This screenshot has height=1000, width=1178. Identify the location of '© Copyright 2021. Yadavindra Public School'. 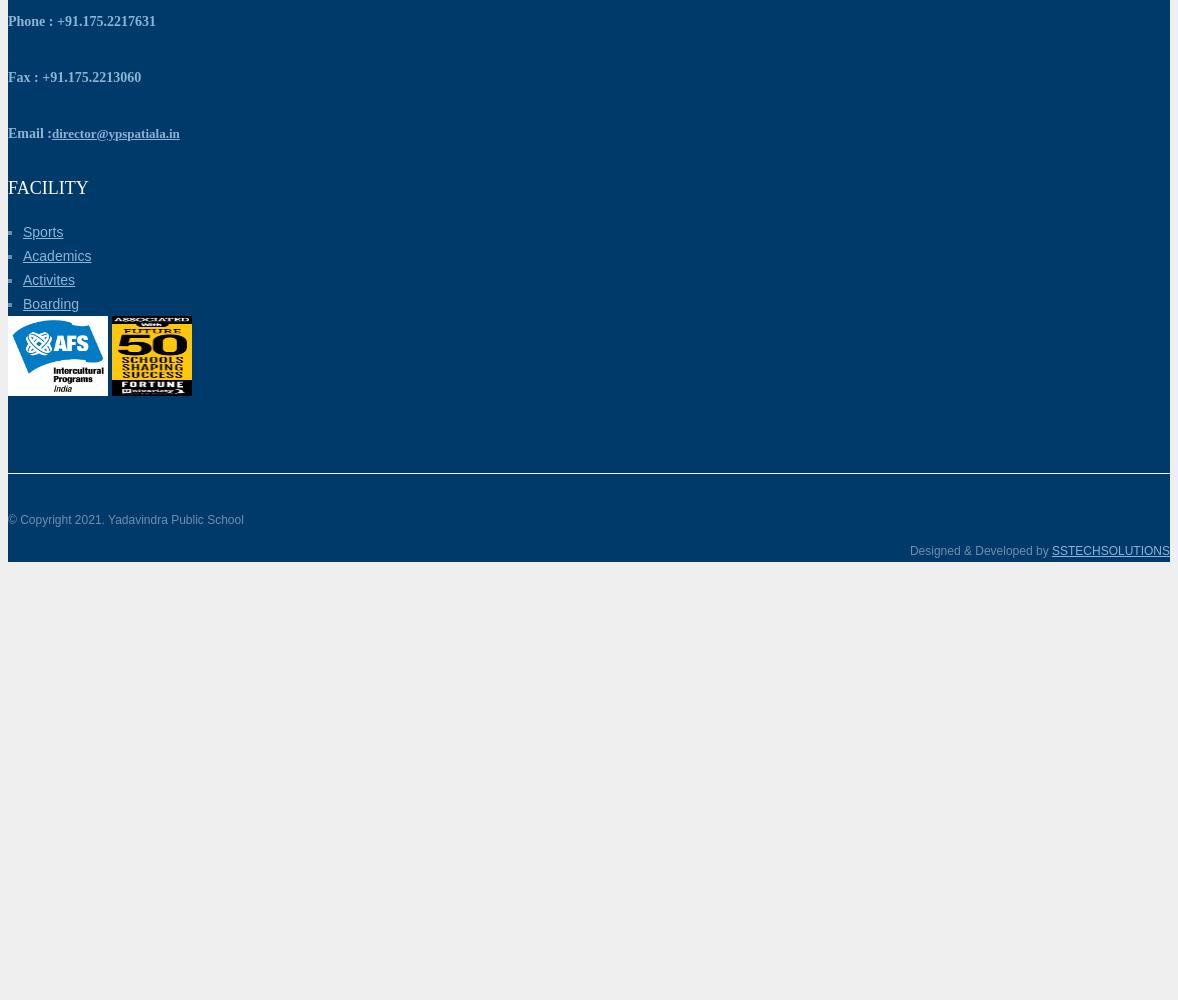
(124, 520).